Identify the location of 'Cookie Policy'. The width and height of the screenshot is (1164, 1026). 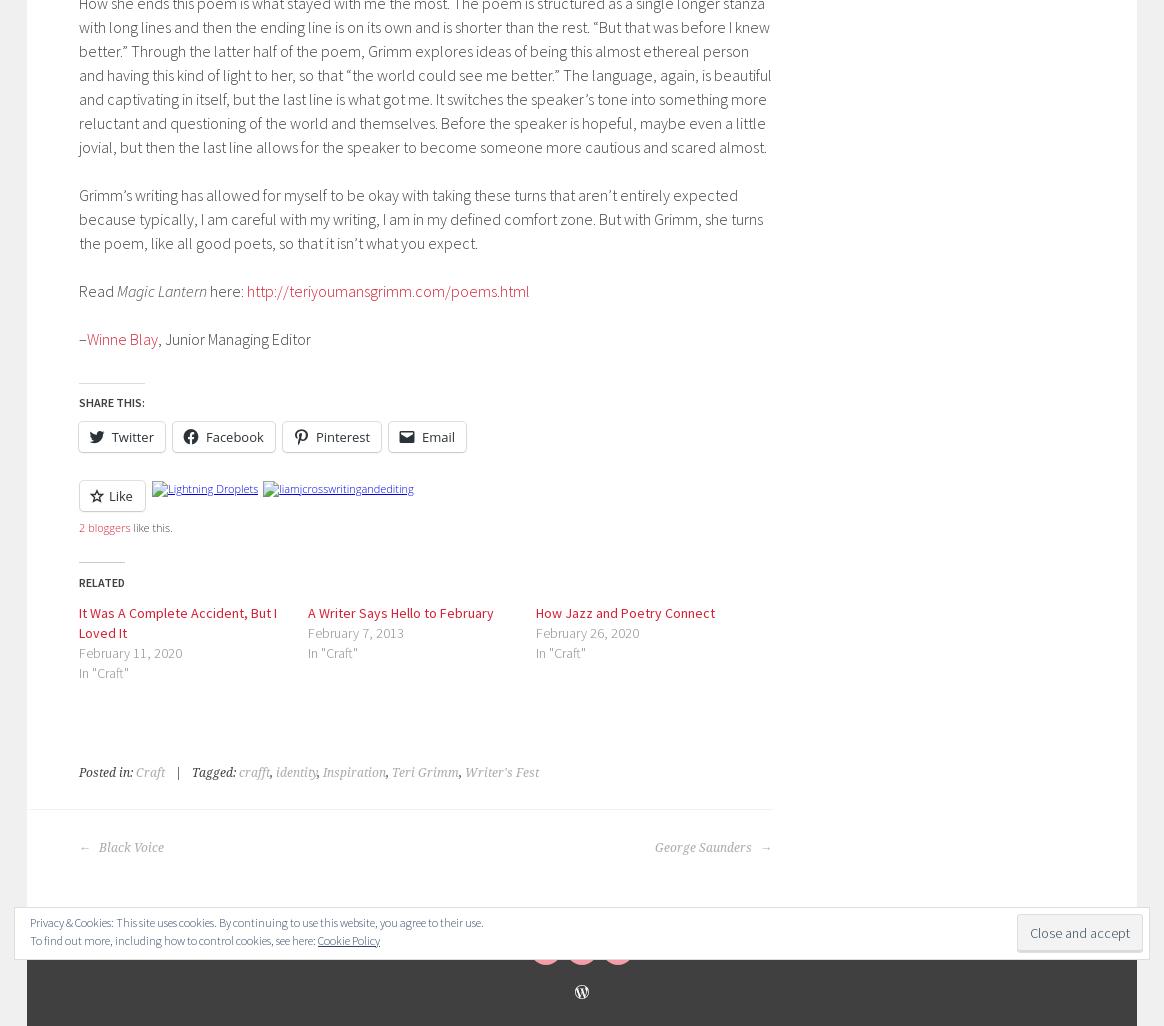
(347, 940).